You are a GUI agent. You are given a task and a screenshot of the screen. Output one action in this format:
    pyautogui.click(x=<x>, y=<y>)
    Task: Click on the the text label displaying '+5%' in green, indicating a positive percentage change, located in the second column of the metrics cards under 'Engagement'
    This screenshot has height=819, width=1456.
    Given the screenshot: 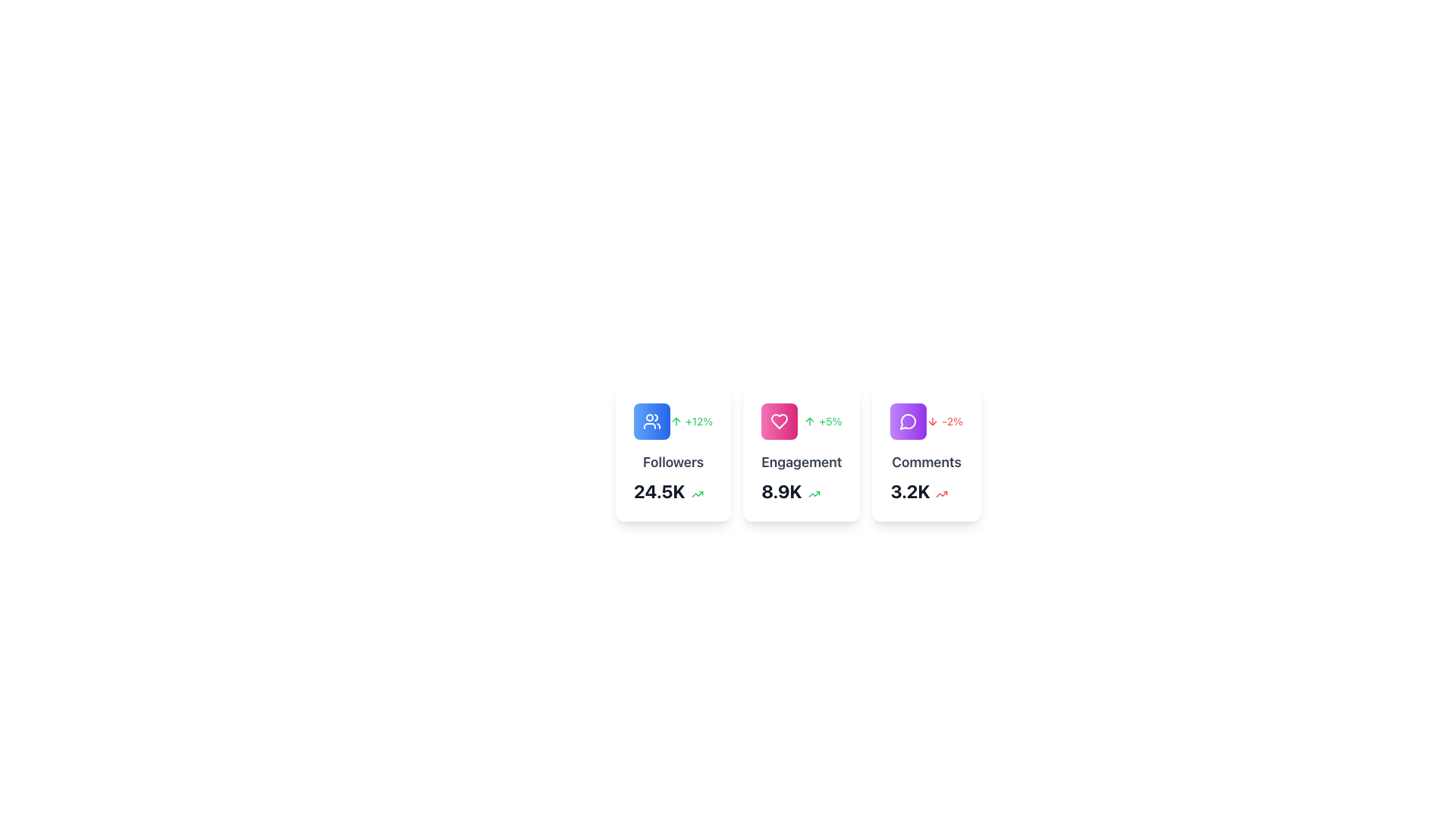 What is the action you would take?
    pyautogui.click(x=830, y=421)
    